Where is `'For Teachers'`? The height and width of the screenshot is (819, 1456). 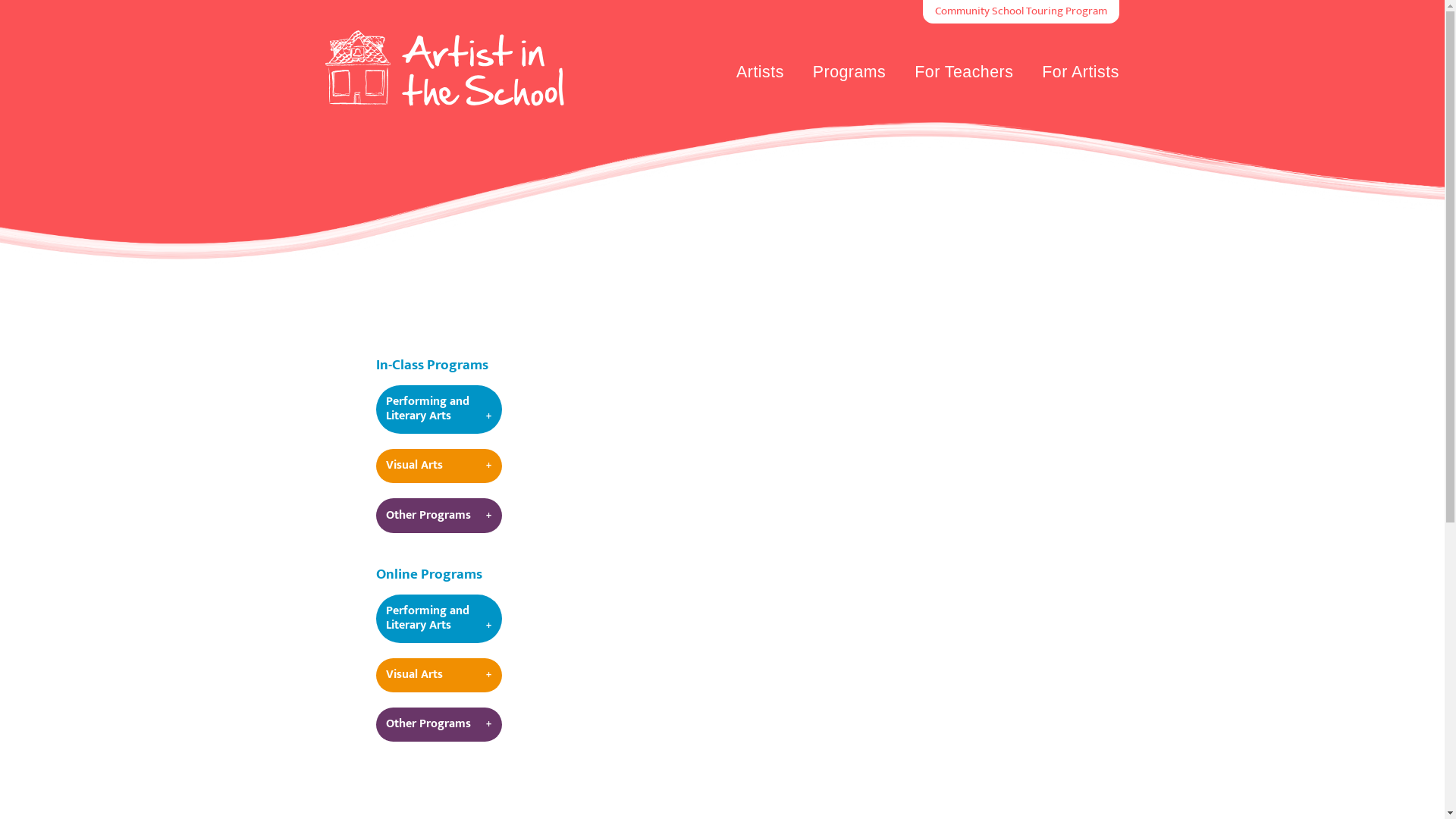 'For Teachers' is located at coordinates (963, 73).